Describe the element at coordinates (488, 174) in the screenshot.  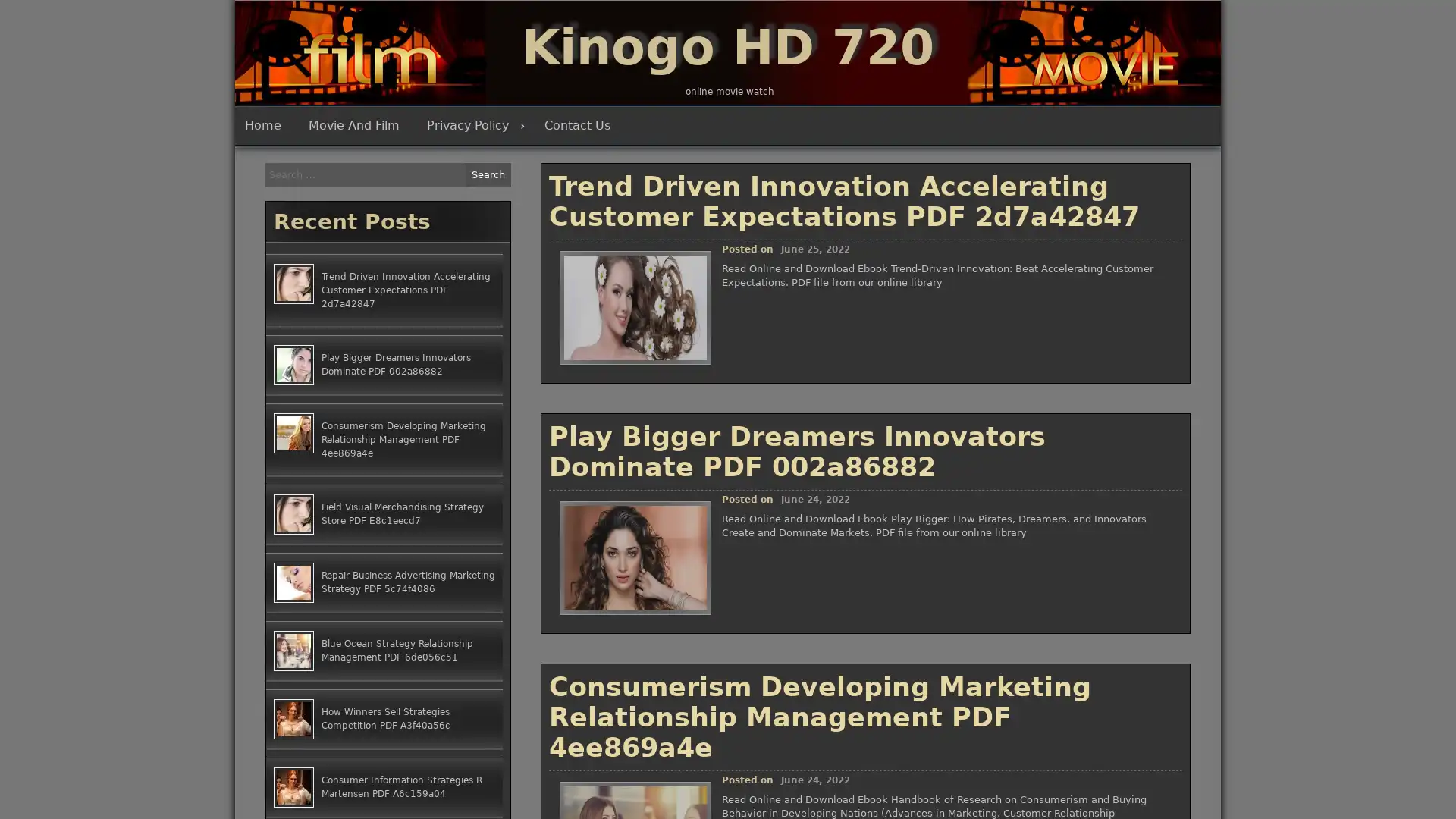
I see `Search` at that location.